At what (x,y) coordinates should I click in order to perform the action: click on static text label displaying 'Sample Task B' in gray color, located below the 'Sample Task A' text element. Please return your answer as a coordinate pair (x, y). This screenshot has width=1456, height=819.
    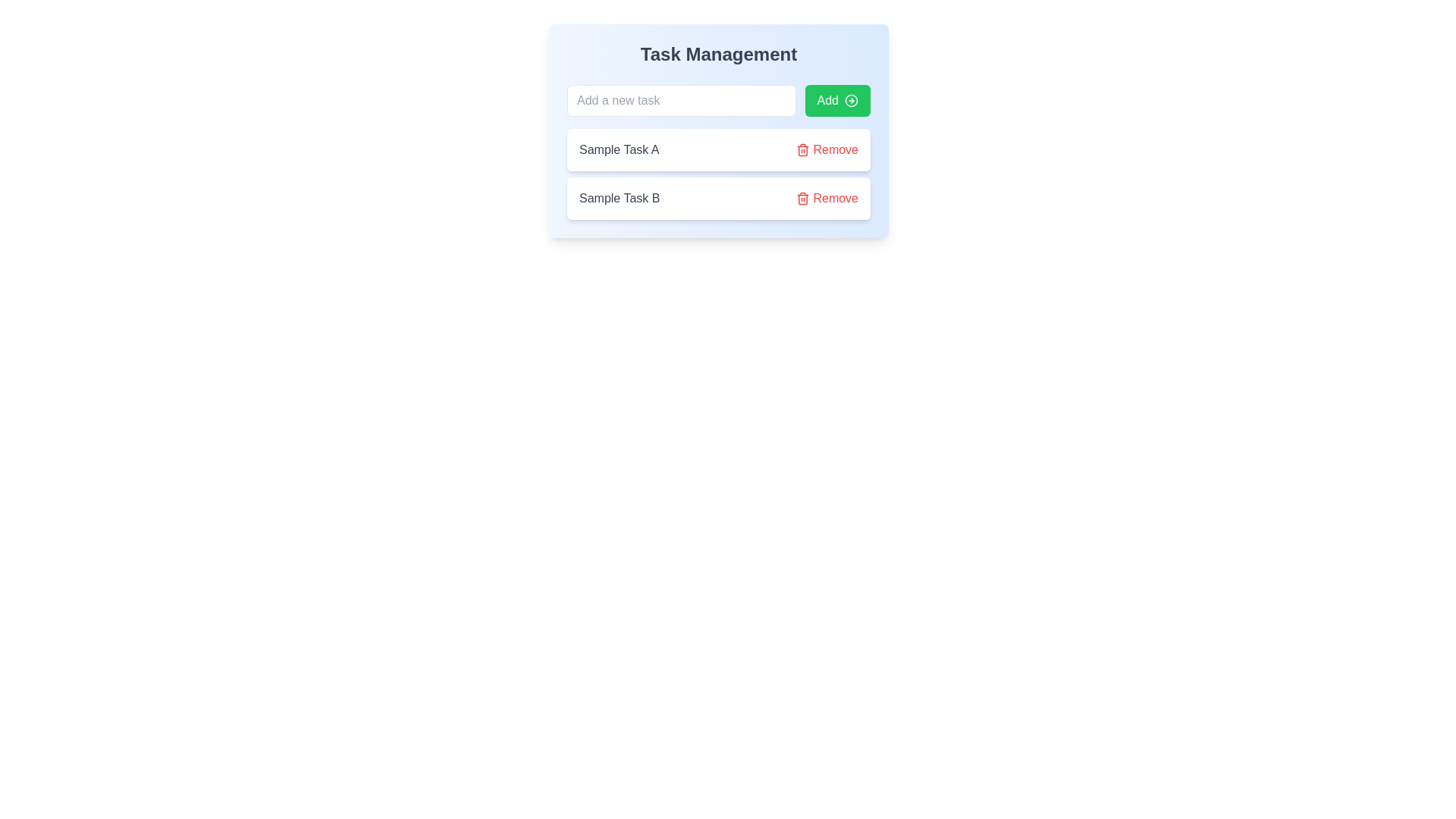
    Looking at the image, I should click on (620, 198).